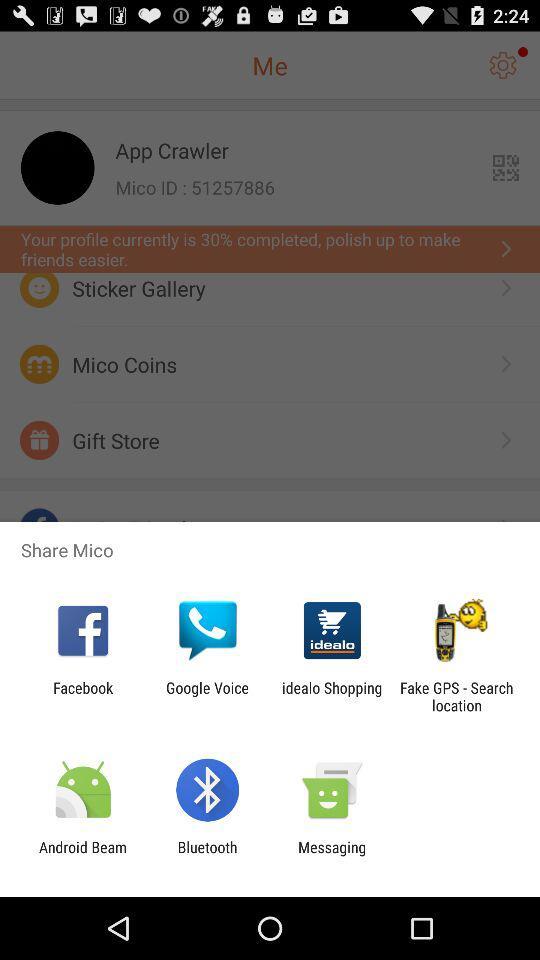 This screenshot has height=960, width=540. Describe the element at coordinates (456, 696) in the screenshot. I see `the fake gps search app` at that location.